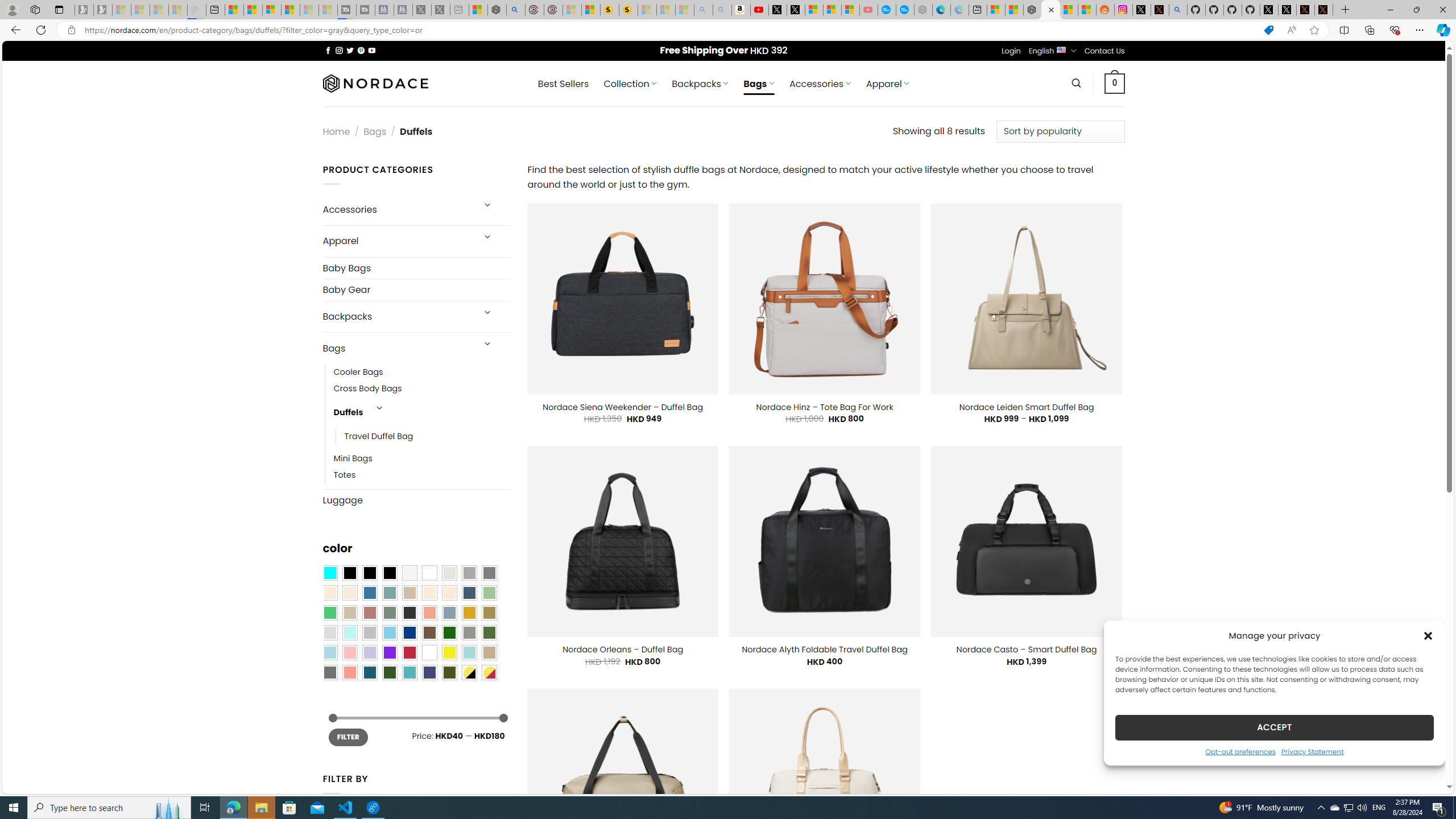  What do you see at coordinates (721, 9) in the screenshot?
I see `'Amazon Echo Dot PNG - Search Images - Sleeping'` at bounding box center [721, 9].